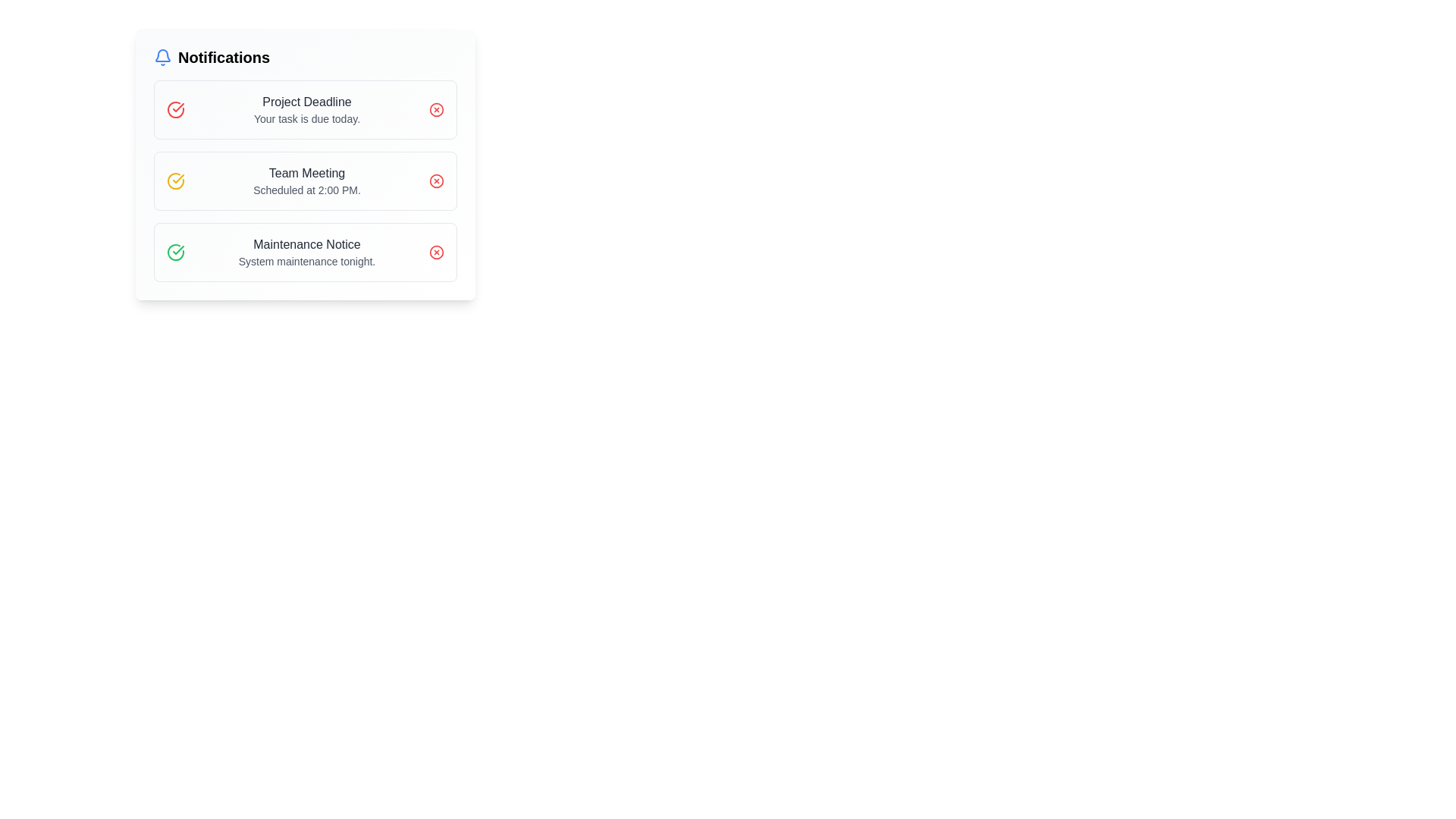  Describe the element at coordinates (175, 251) in the screenshot. I see `the green circular icon with a checkmark inside, which indicates a successful status, located on the leftmost part of the third notification entry titled 'Maintenance Notice'` at that location.